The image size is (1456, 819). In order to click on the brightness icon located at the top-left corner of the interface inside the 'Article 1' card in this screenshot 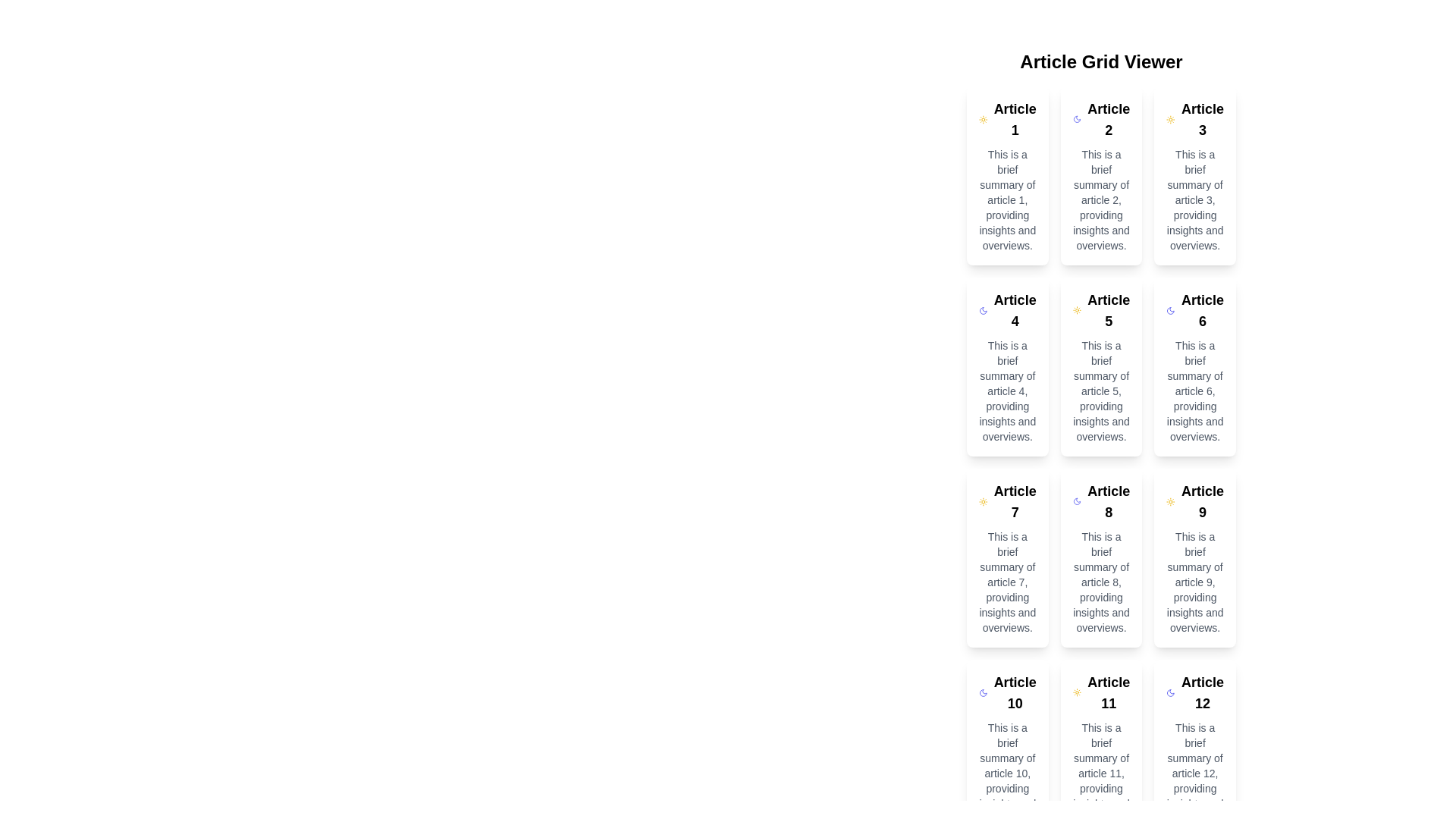, I will do `click(983, 119)`.